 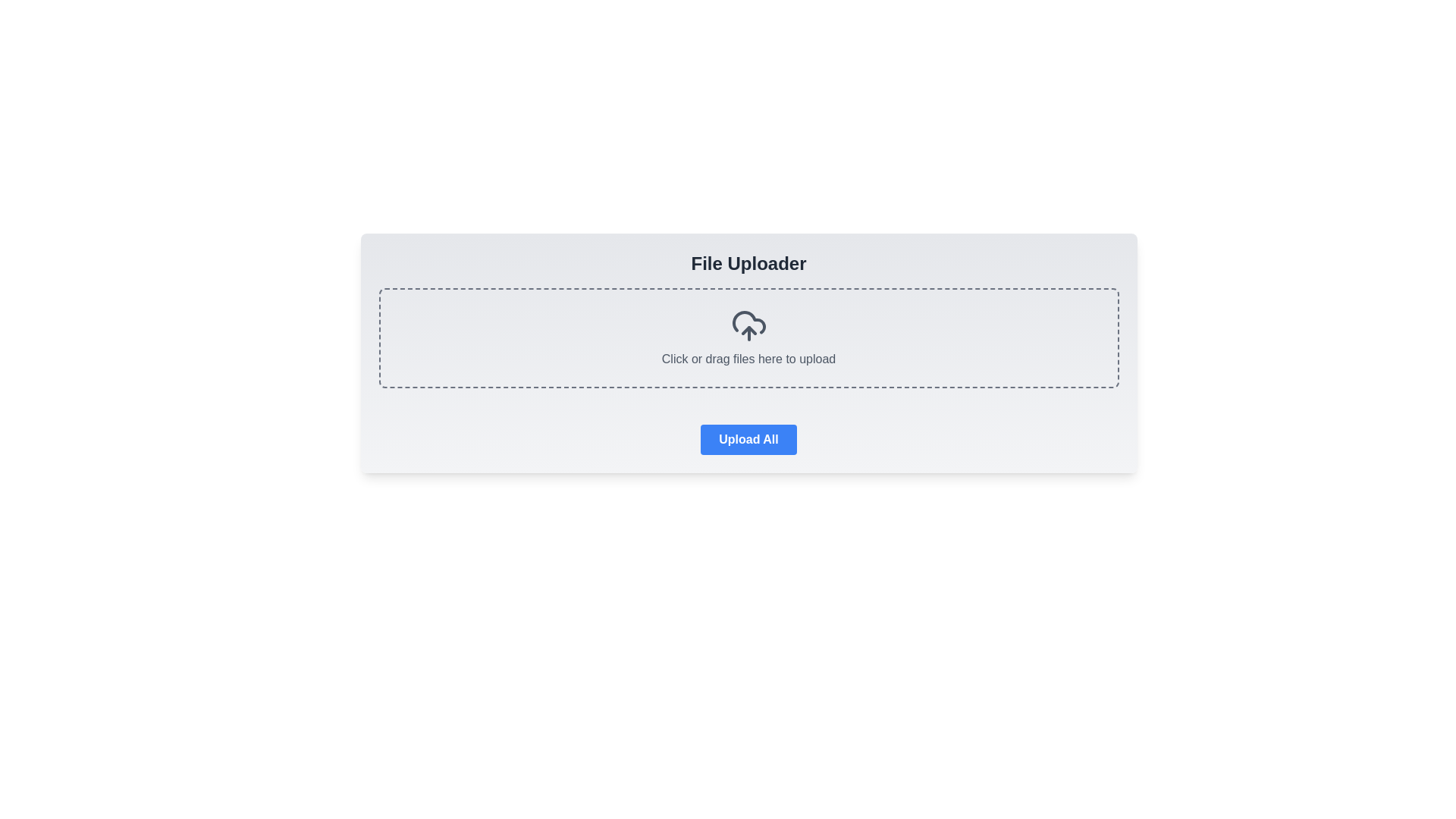 What do you see at coordinates (748, 322) in the screenshot?
I see `the decorative upload icon represented by a cloud, which is located vertically centered between the 'Click or drag files here to upload' prompt and the 'Upload All' button` at bounding box center [748, 322].